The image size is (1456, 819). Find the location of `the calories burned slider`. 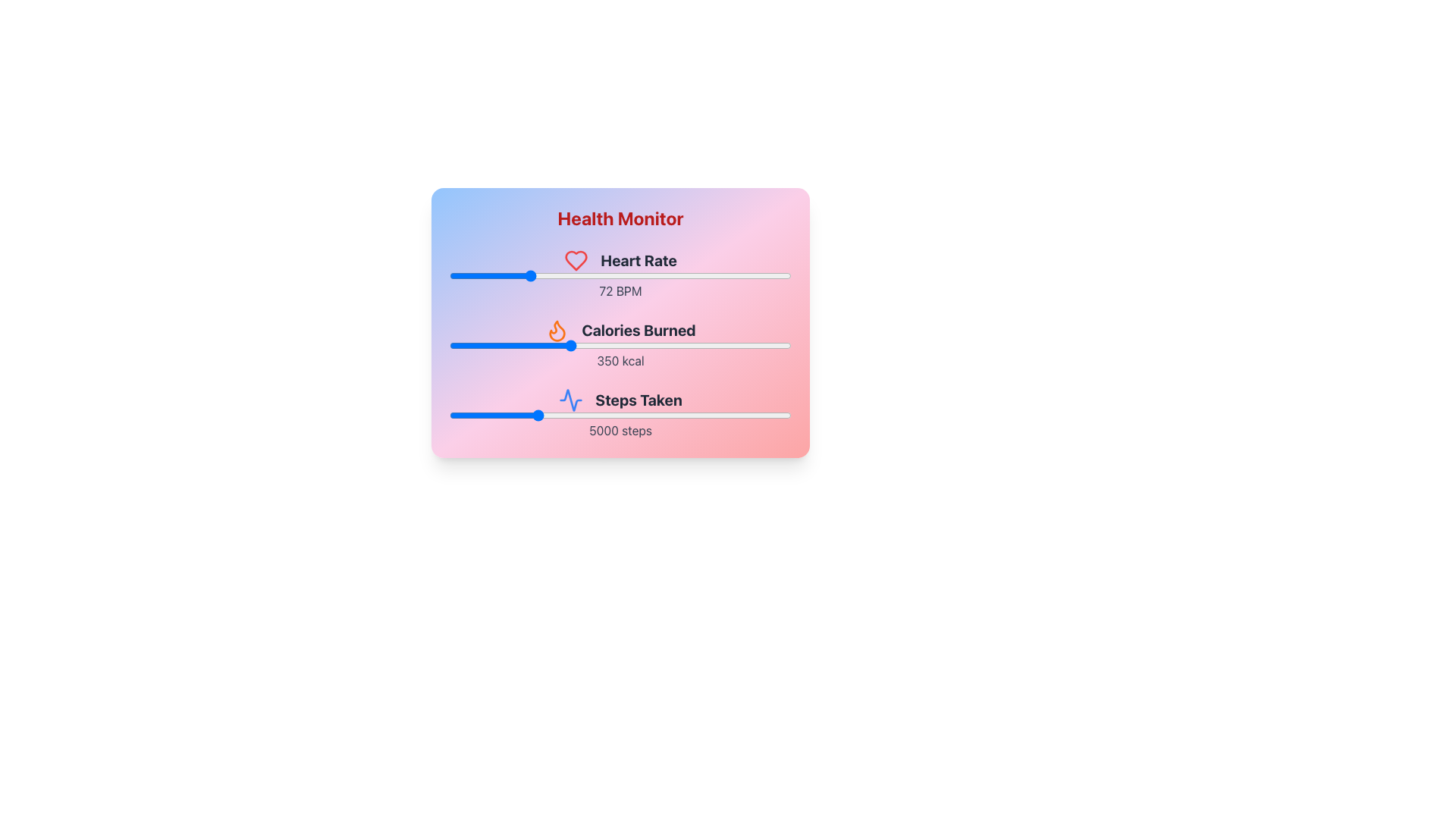

the calories burned slider is located at coordinates (481, 345).